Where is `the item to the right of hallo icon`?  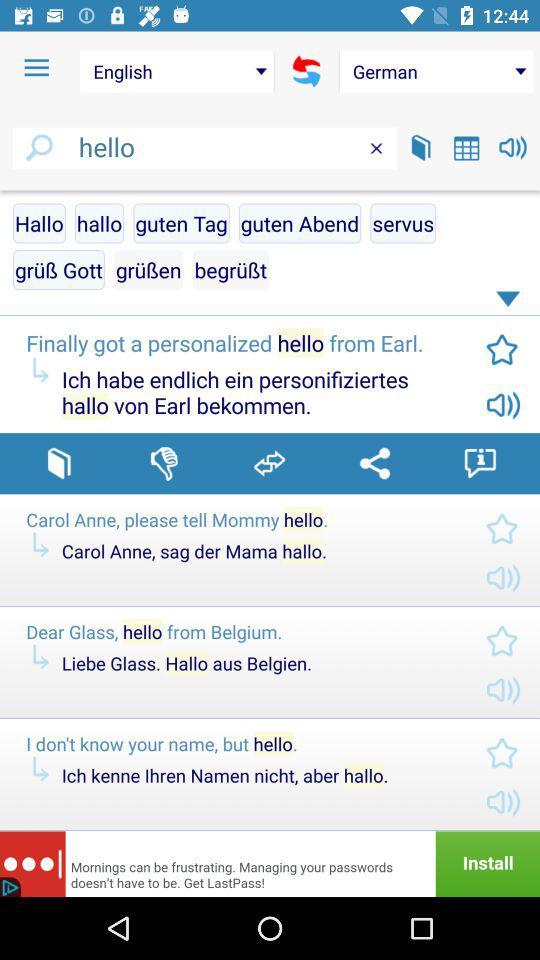 the item to the right of hallo icon is located at coordinates (181, 223).